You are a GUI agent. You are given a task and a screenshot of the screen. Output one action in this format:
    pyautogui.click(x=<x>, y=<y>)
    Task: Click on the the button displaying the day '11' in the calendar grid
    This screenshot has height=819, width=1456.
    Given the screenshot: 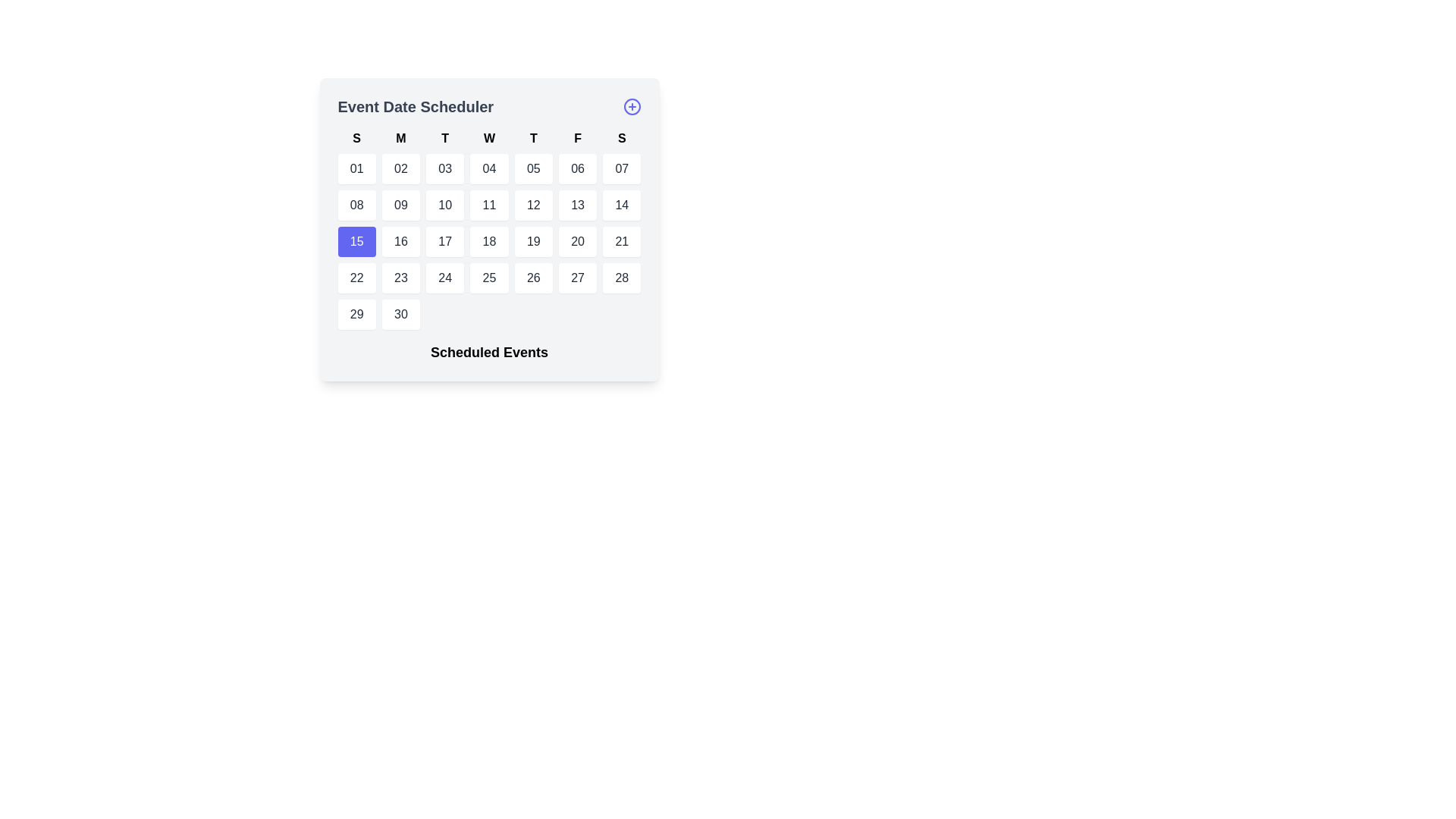 What is the action you would take?
    pyautogui.click(x=489, y=205)
    